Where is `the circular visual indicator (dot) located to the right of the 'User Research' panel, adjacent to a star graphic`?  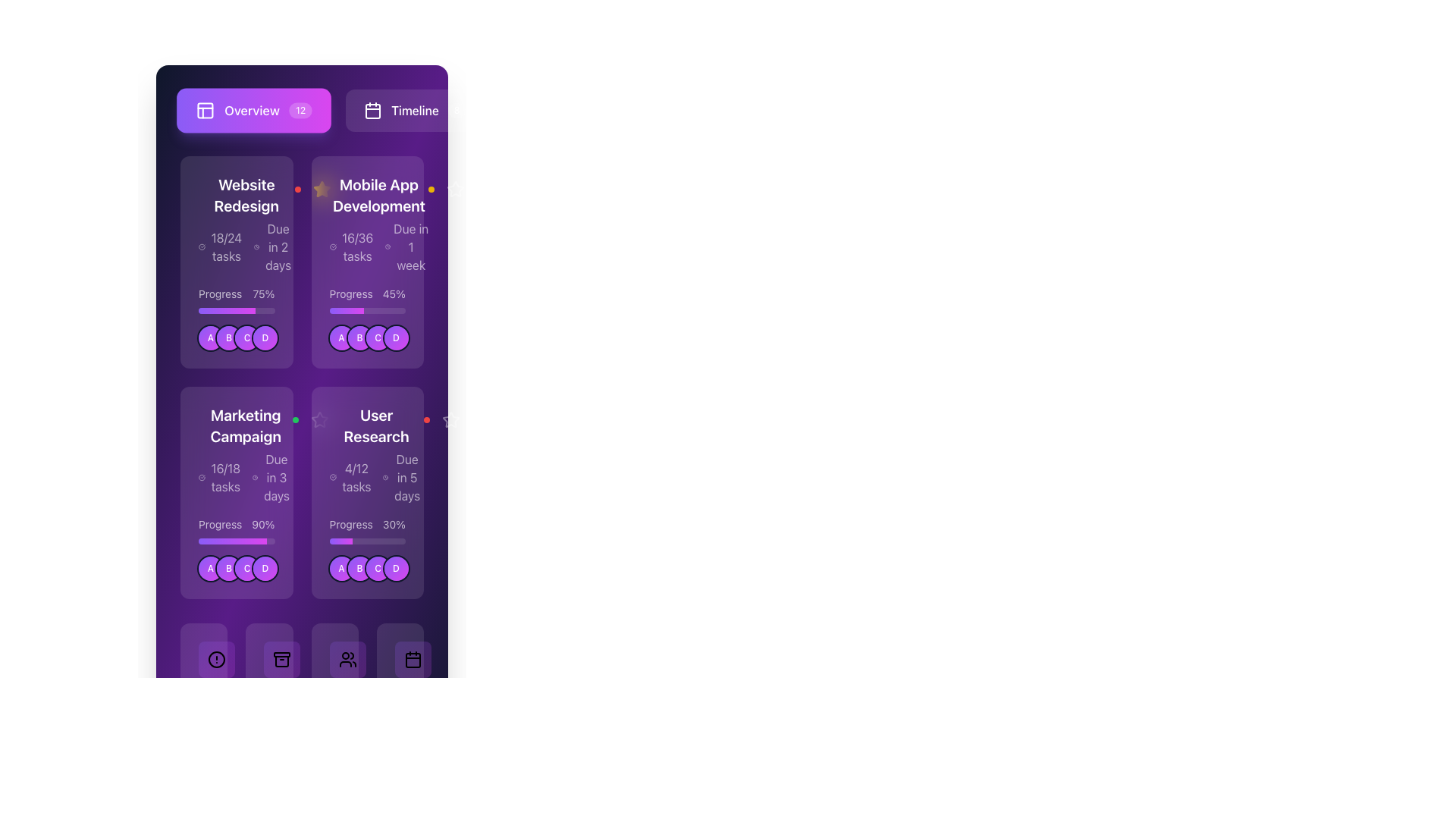 the circular visual indicator (dot) located to the right of the 'User Research' panel, adjacent to a star graphic is located at coordinates (460, 420).